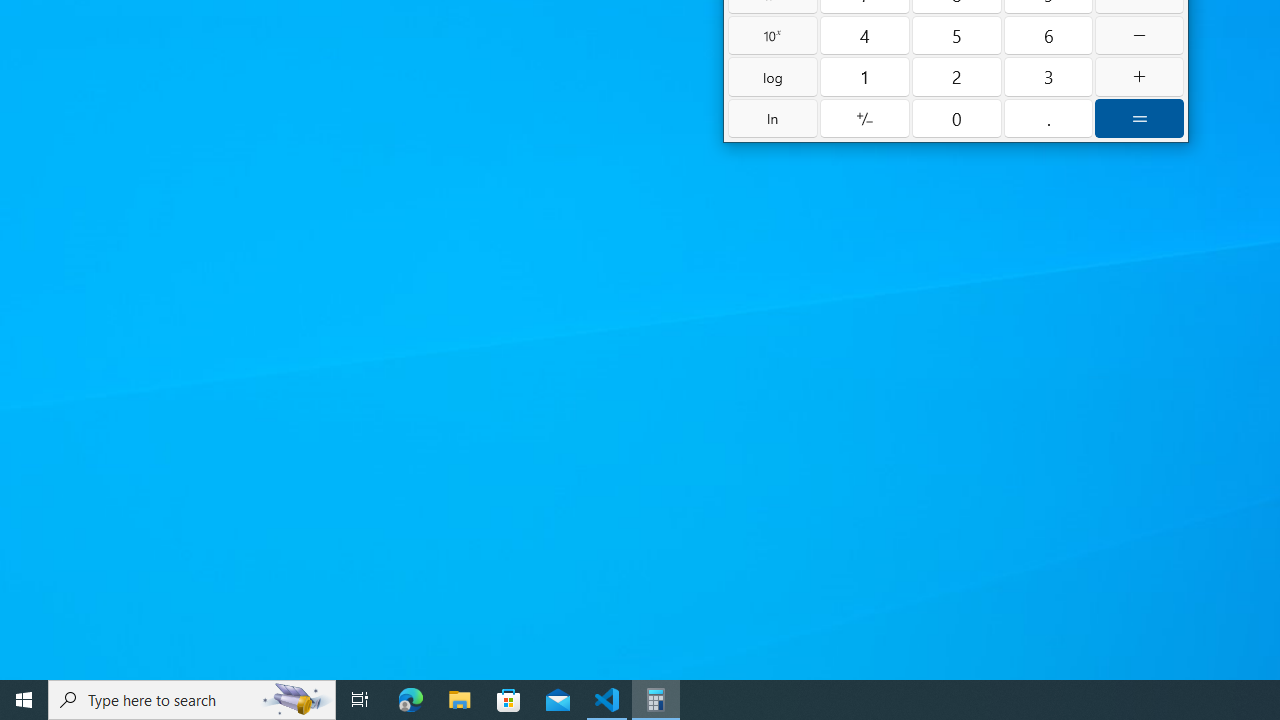  I want to click on 'Positive negative', so click(865, 118).